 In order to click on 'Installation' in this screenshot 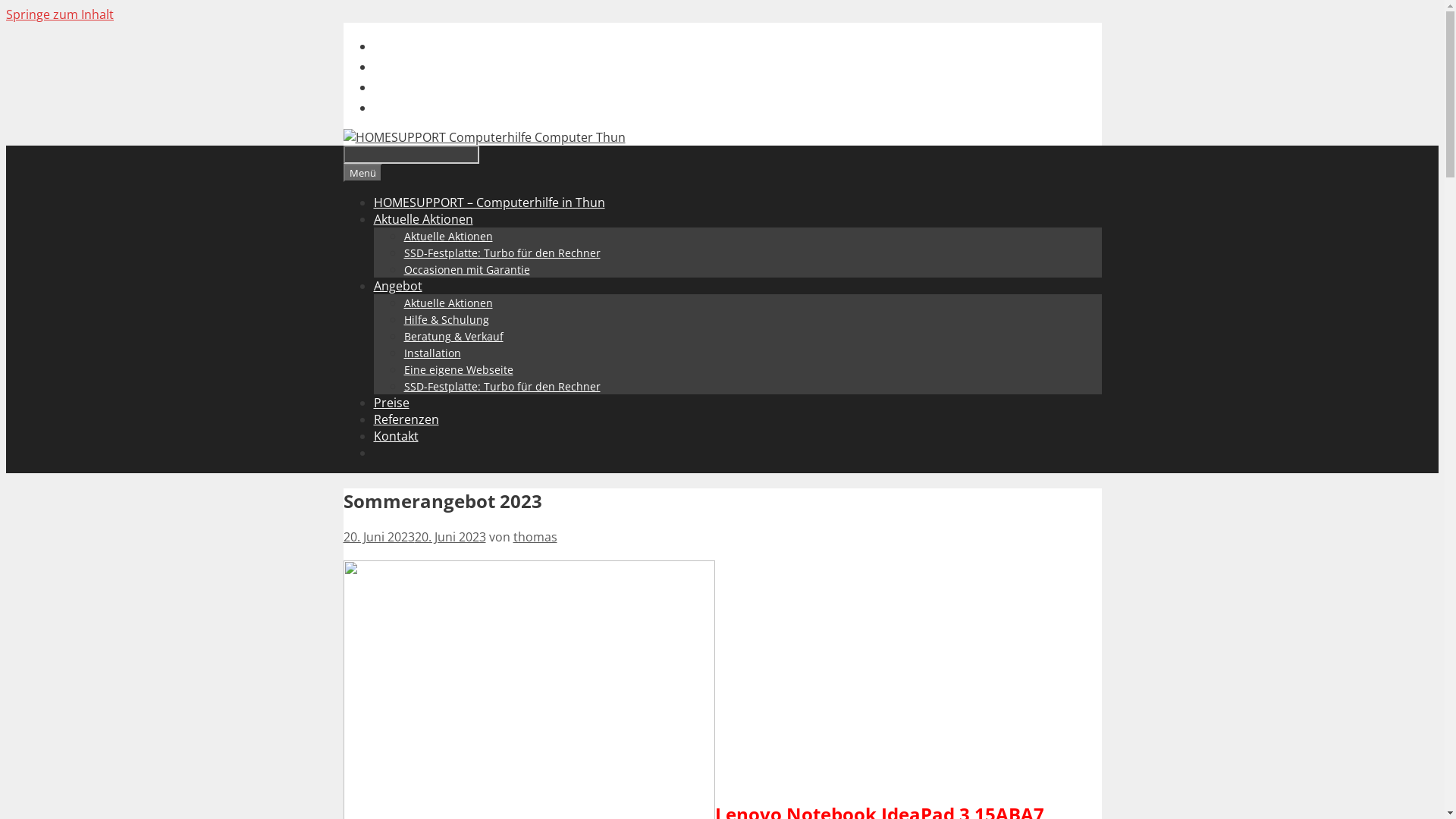, I will do `click(403, 353)`.